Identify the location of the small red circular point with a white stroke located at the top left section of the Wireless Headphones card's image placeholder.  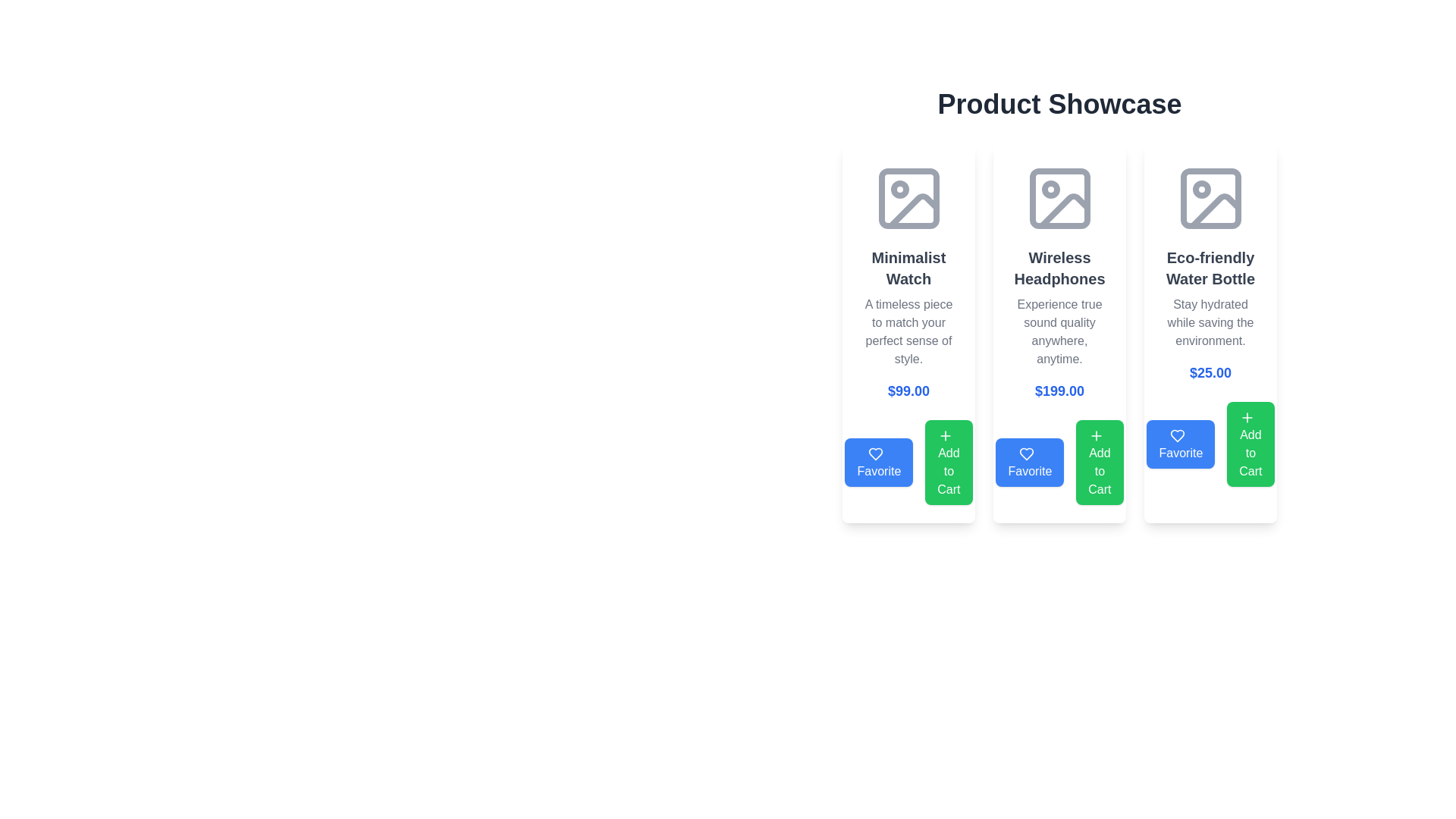
(1050, 189).